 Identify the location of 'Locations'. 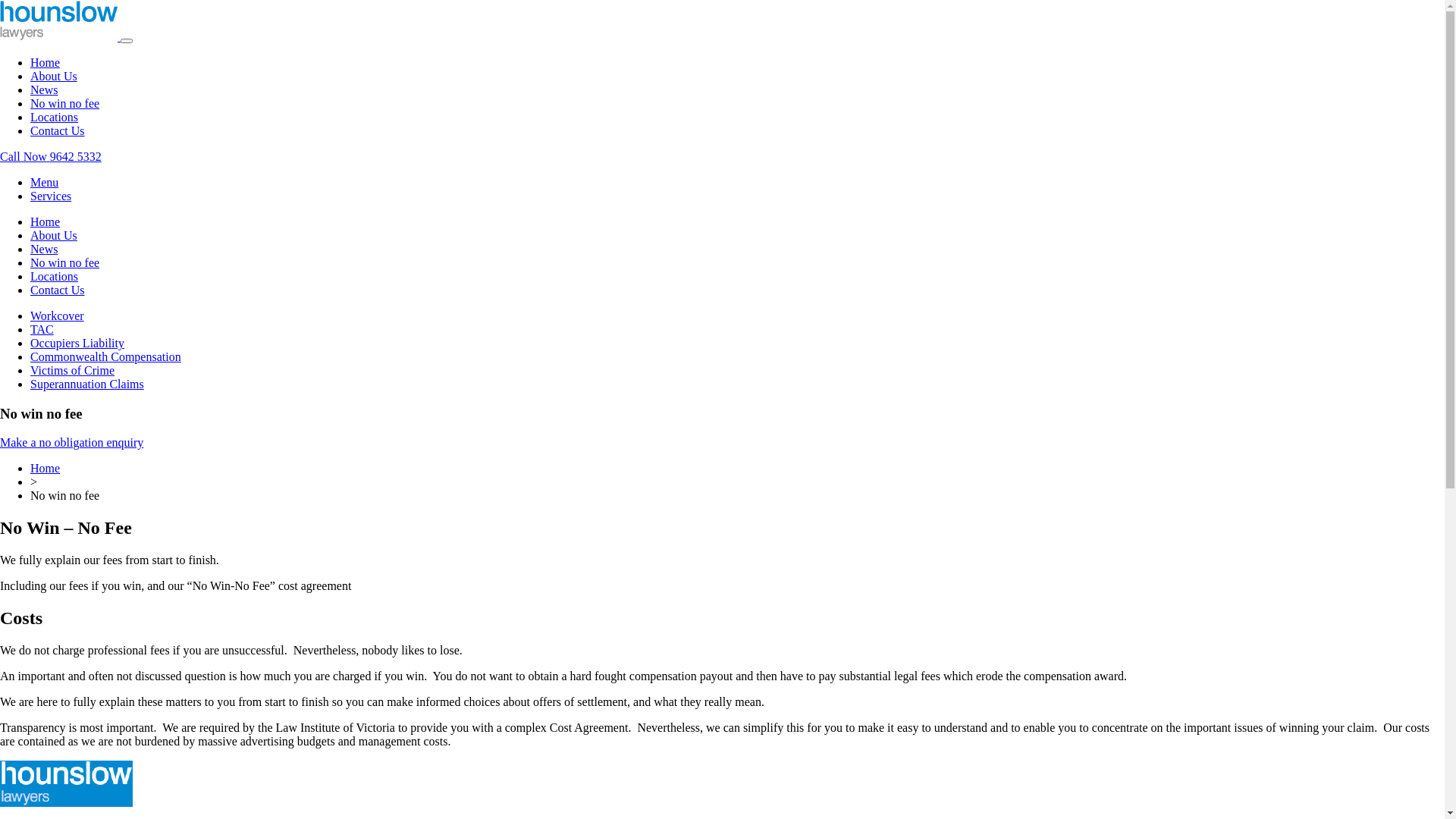
(54, 116).